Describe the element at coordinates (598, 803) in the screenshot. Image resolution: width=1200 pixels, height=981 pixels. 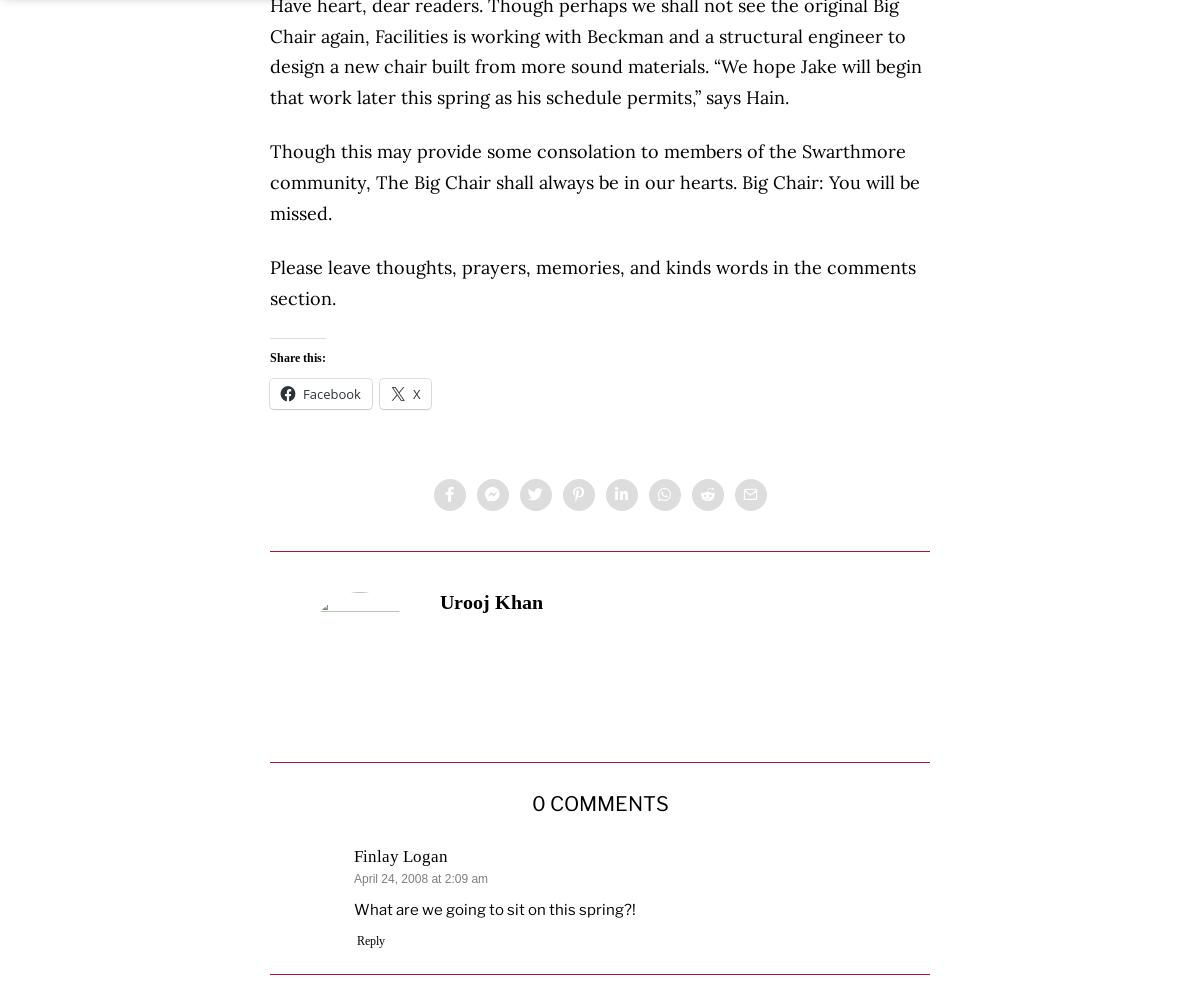
I see `'0 Comments'` at that location.